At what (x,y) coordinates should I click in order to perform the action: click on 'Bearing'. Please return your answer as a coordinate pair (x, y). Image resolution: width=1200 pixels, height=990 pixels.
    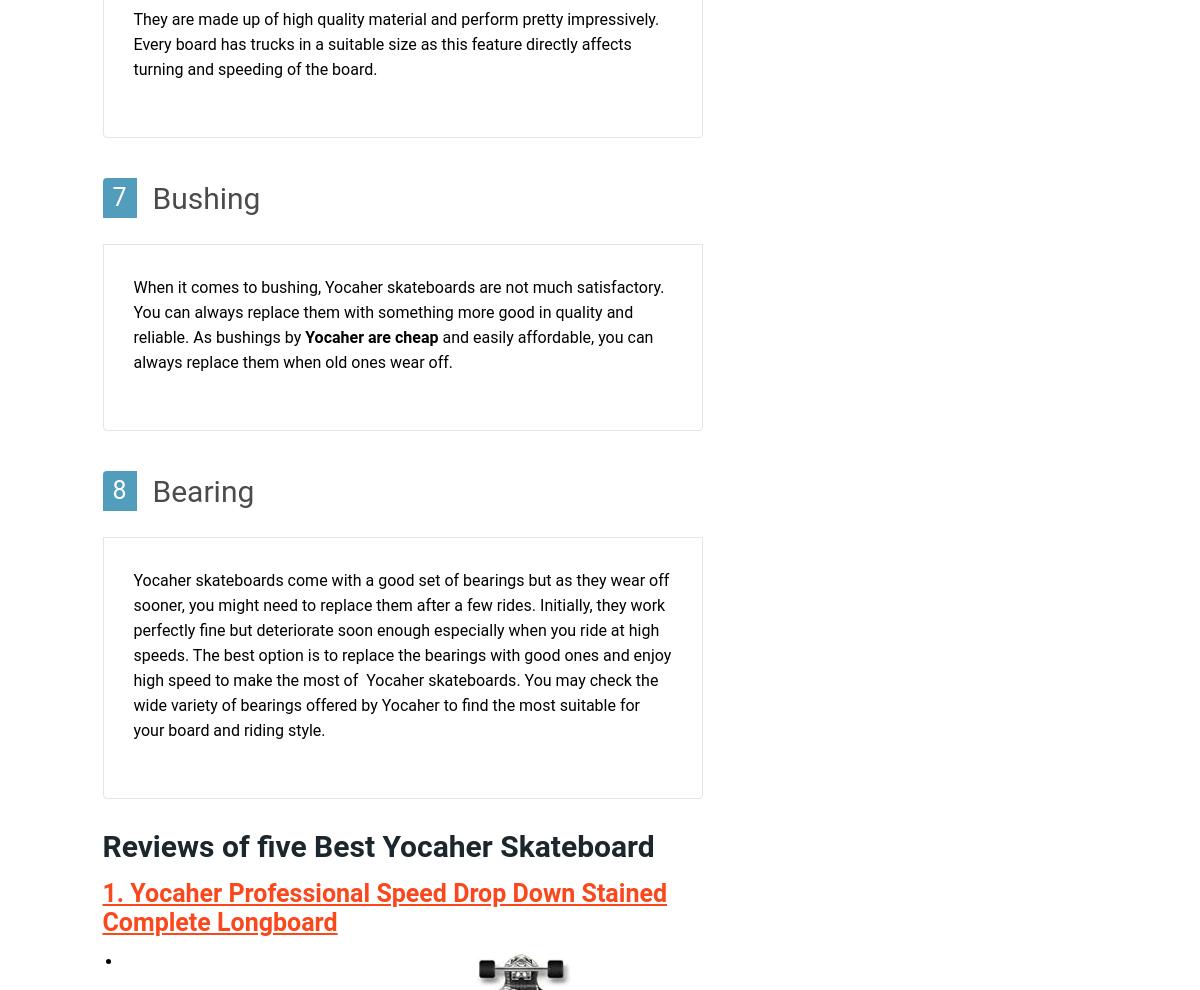
    Looking at the image, I should click on (202, 491).